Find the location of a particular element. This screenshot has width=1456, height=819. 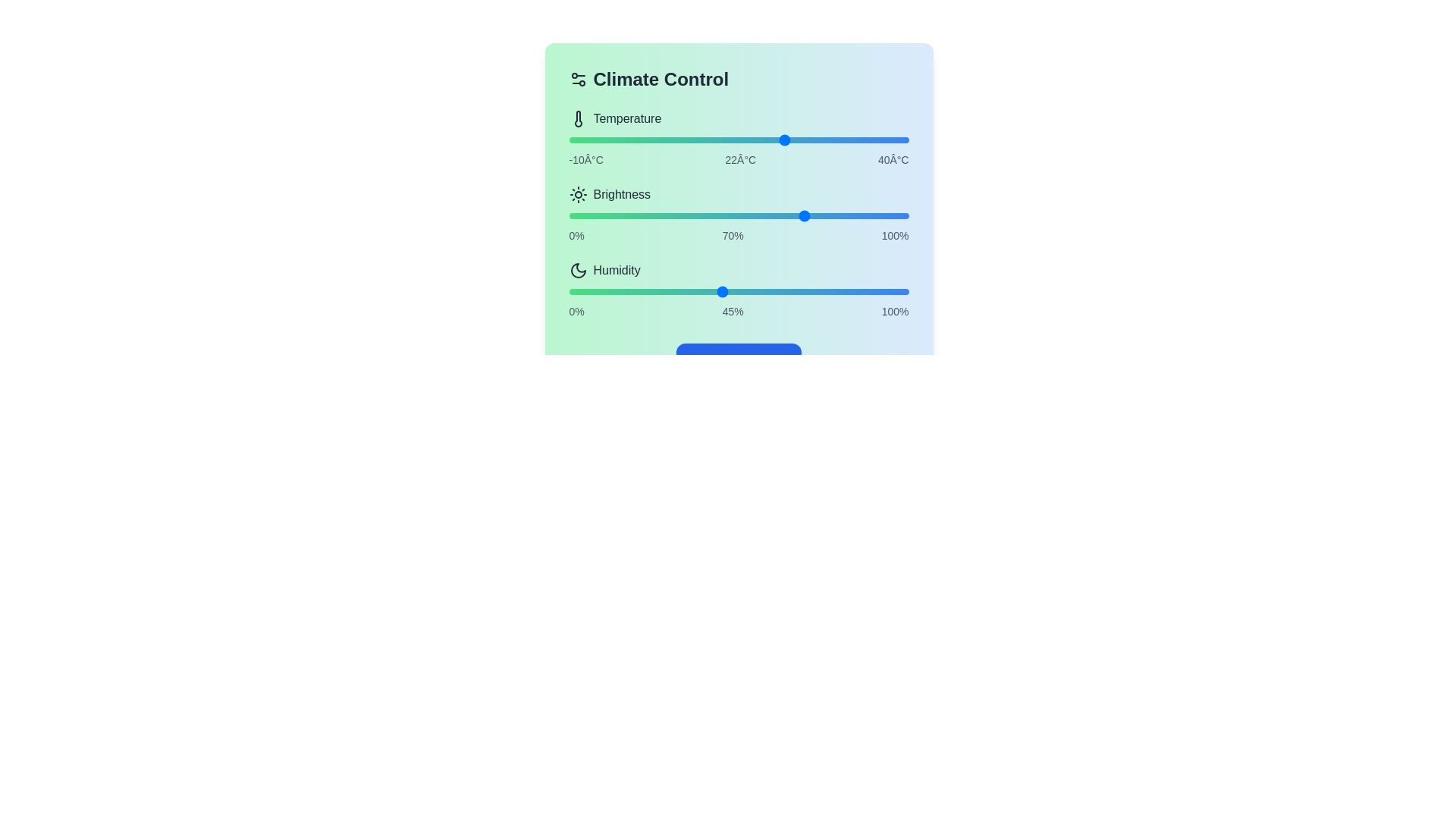

the 'Apply Changes' button located at the bottom of the climate control settings card is located at coordinates (739, 362).